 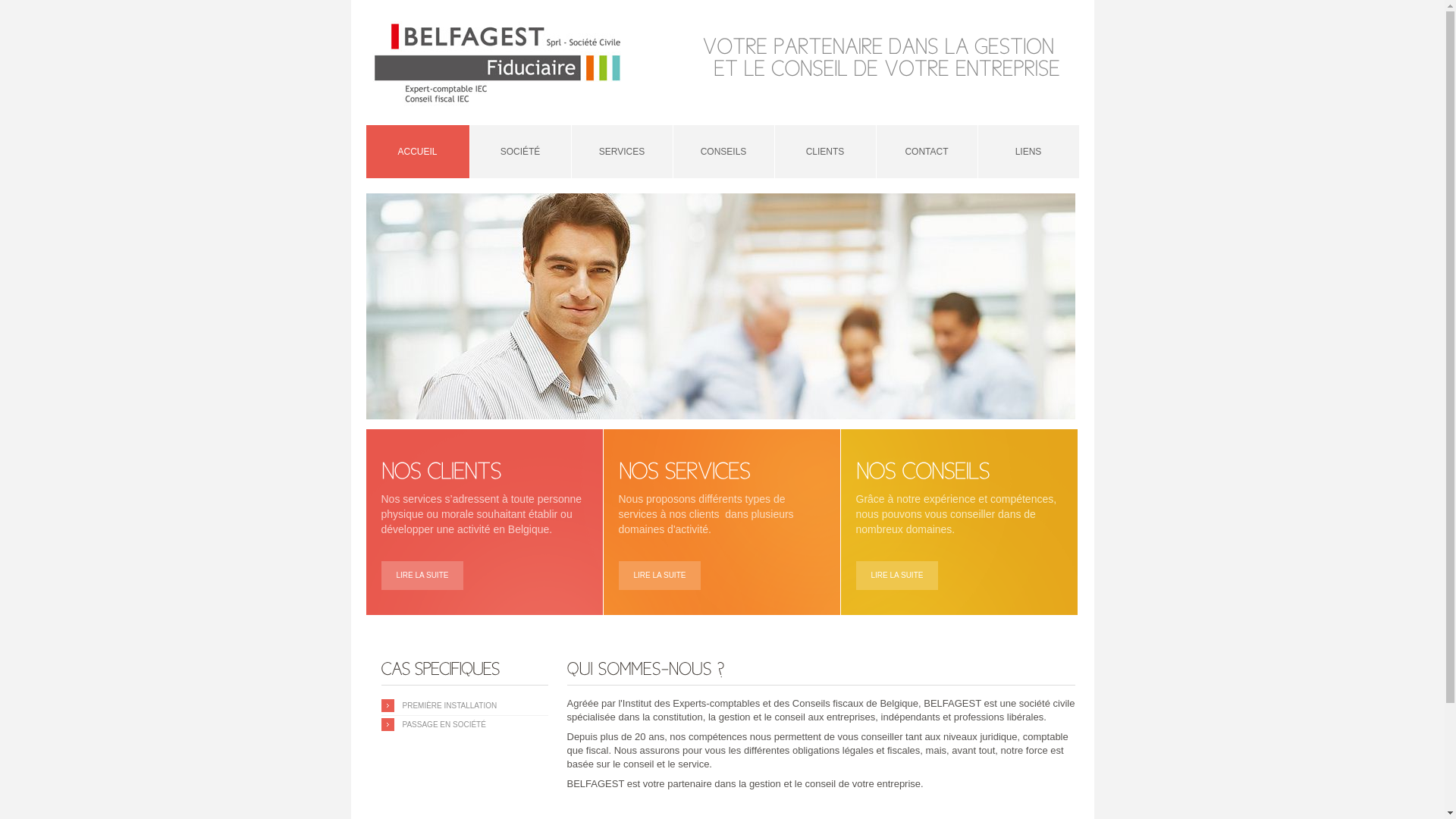 What do you see at coordinates (896, 576) in the screenshot?
I see `'LIRE LA SUITE'` at bounding box center [896, 576].